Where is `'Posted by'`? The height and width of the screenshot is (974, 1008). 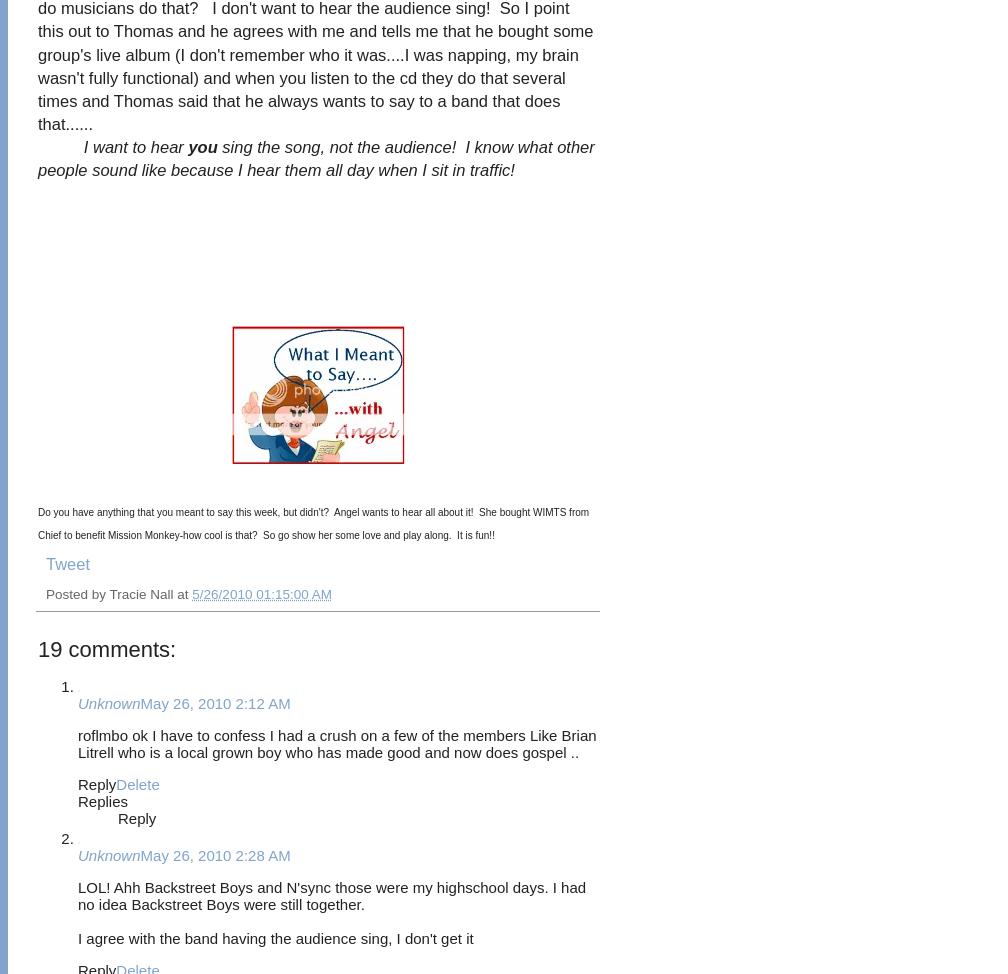 'Posted by' is located at coordinates (77, 593).